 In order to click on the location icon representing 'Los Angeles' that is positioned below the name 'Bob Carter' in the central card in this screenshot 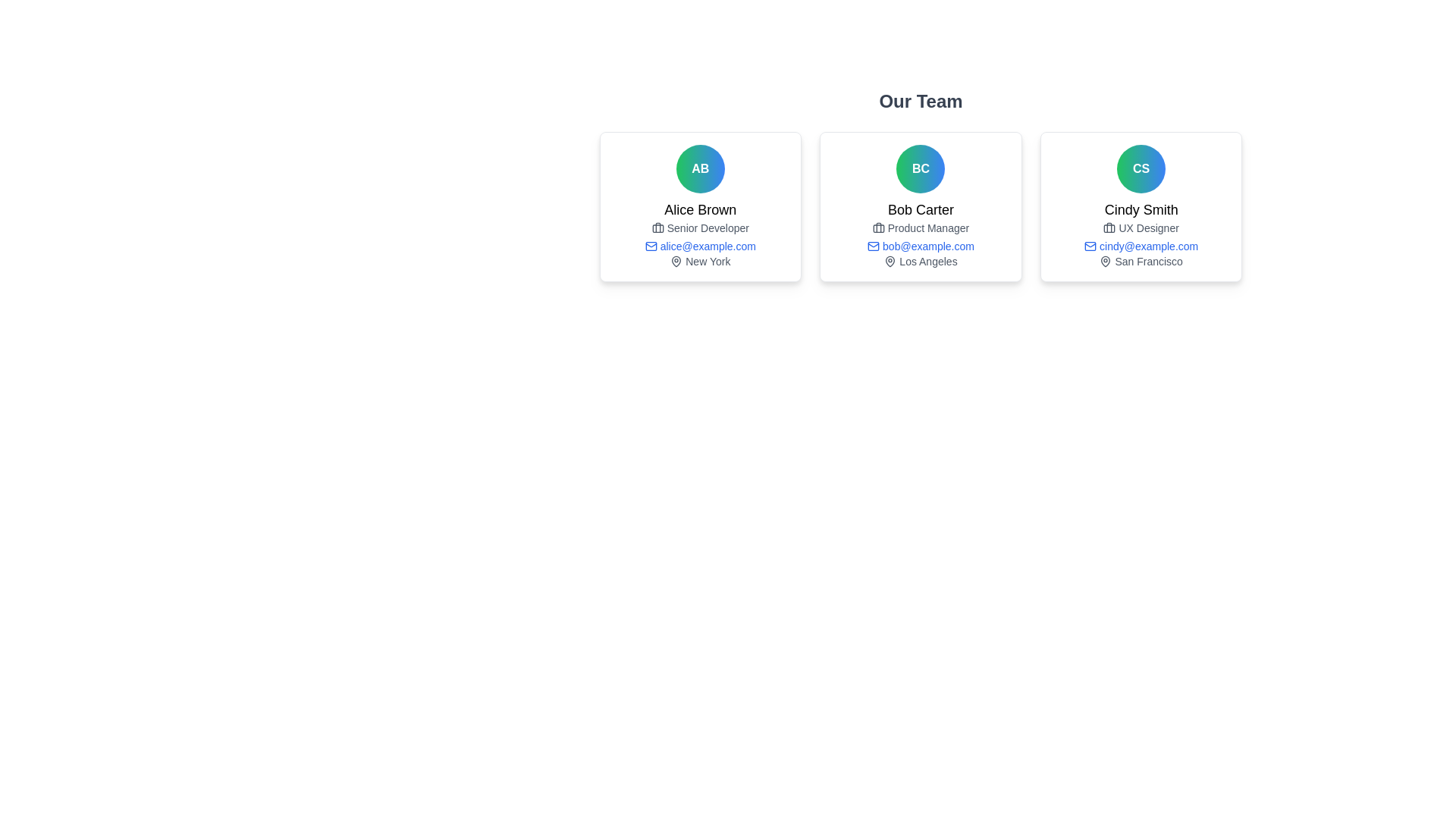, I will do `click(890, 260)`.